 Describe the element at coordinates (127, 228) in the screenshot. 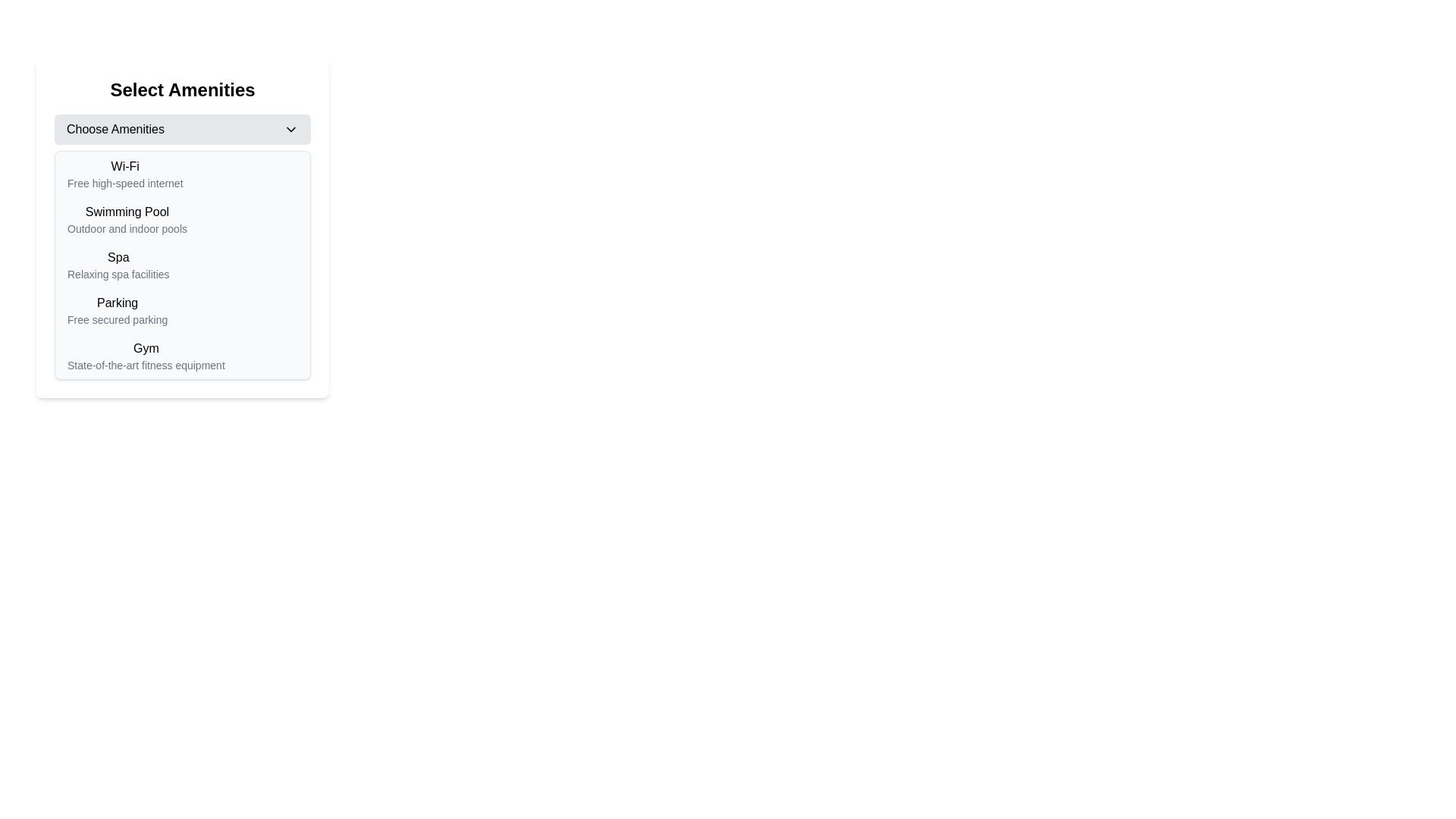

I see `the descriptive text element located directly beneath the 'Swimming Pool' title, which indicates the types of pools available` at that location.